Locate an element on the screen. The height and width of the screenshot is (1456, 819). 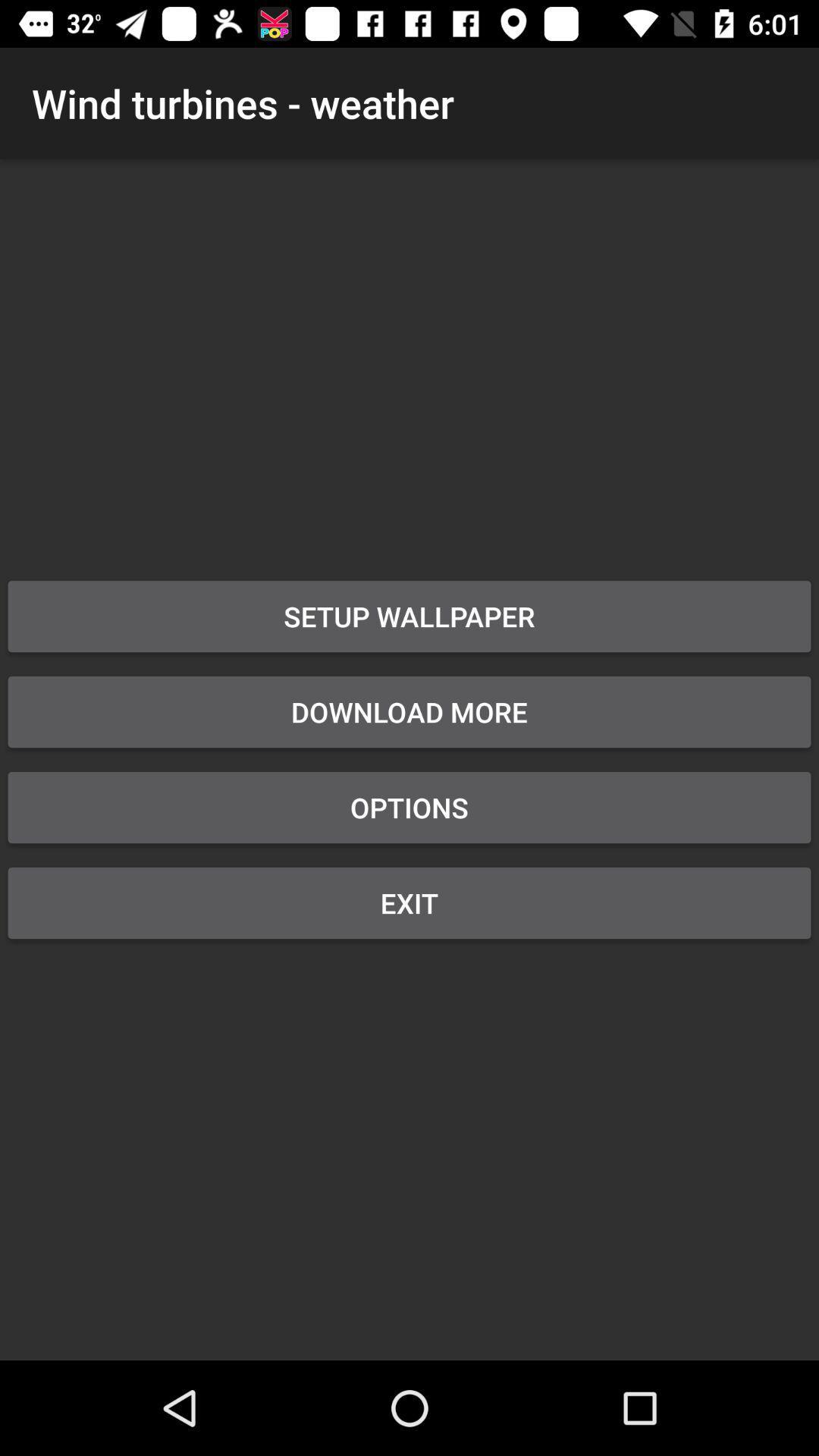
the app below the wind turbines - weather is located at coordinates (409, 616).